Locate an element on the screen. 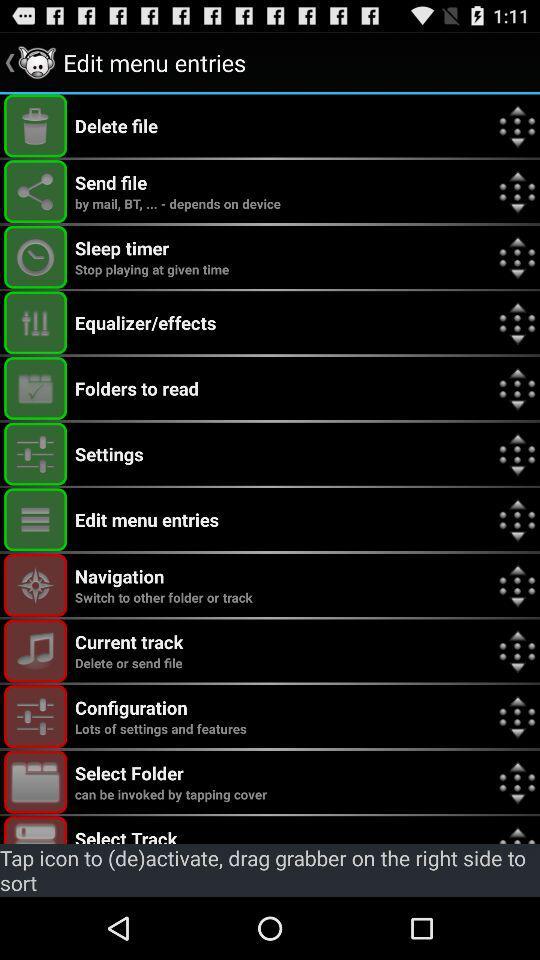 The width and height of the screenshot is (540, 960). tap to invoke select folder is located at coordinates (35, 782).